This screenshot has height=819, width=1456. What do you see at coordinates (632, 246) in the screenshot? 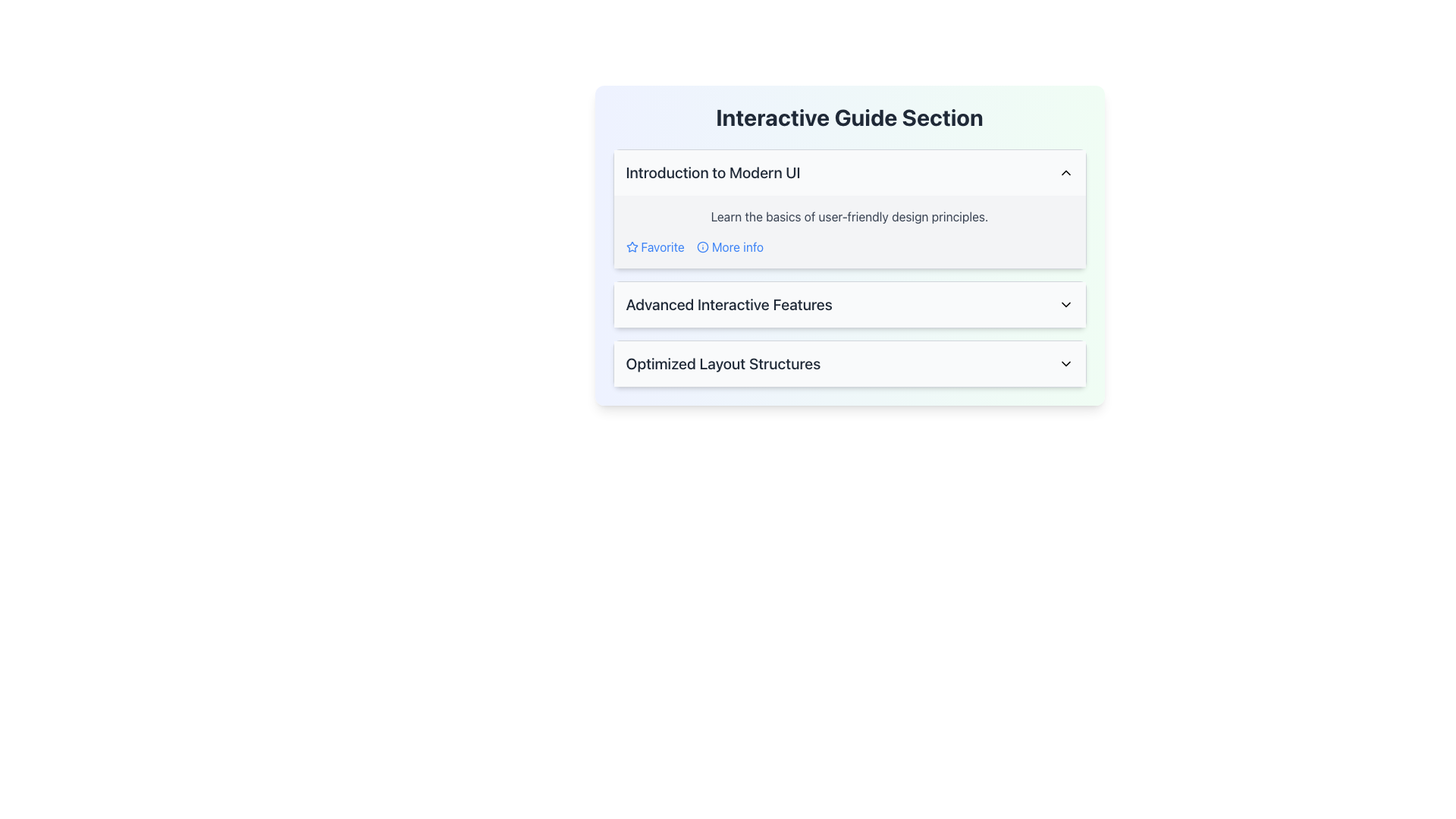
I see `the favorite icon located to the left of the 'Favorite' text in the 'Introduction to Modern UI' section` at bounding box center [632, 246].